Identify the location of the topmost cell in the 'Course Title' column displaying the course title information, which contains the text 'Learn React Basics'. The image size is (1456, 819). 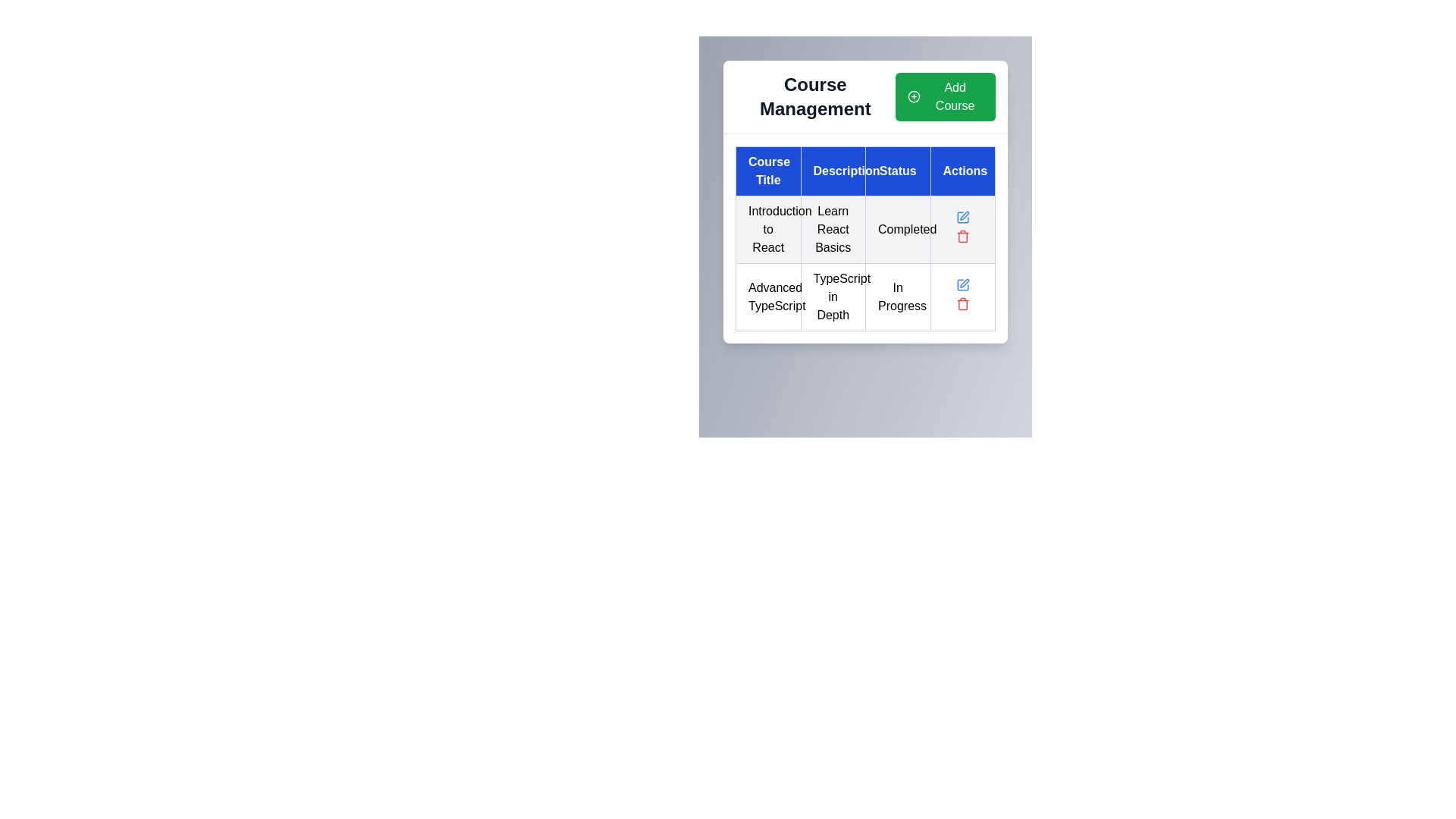
(768, 230).